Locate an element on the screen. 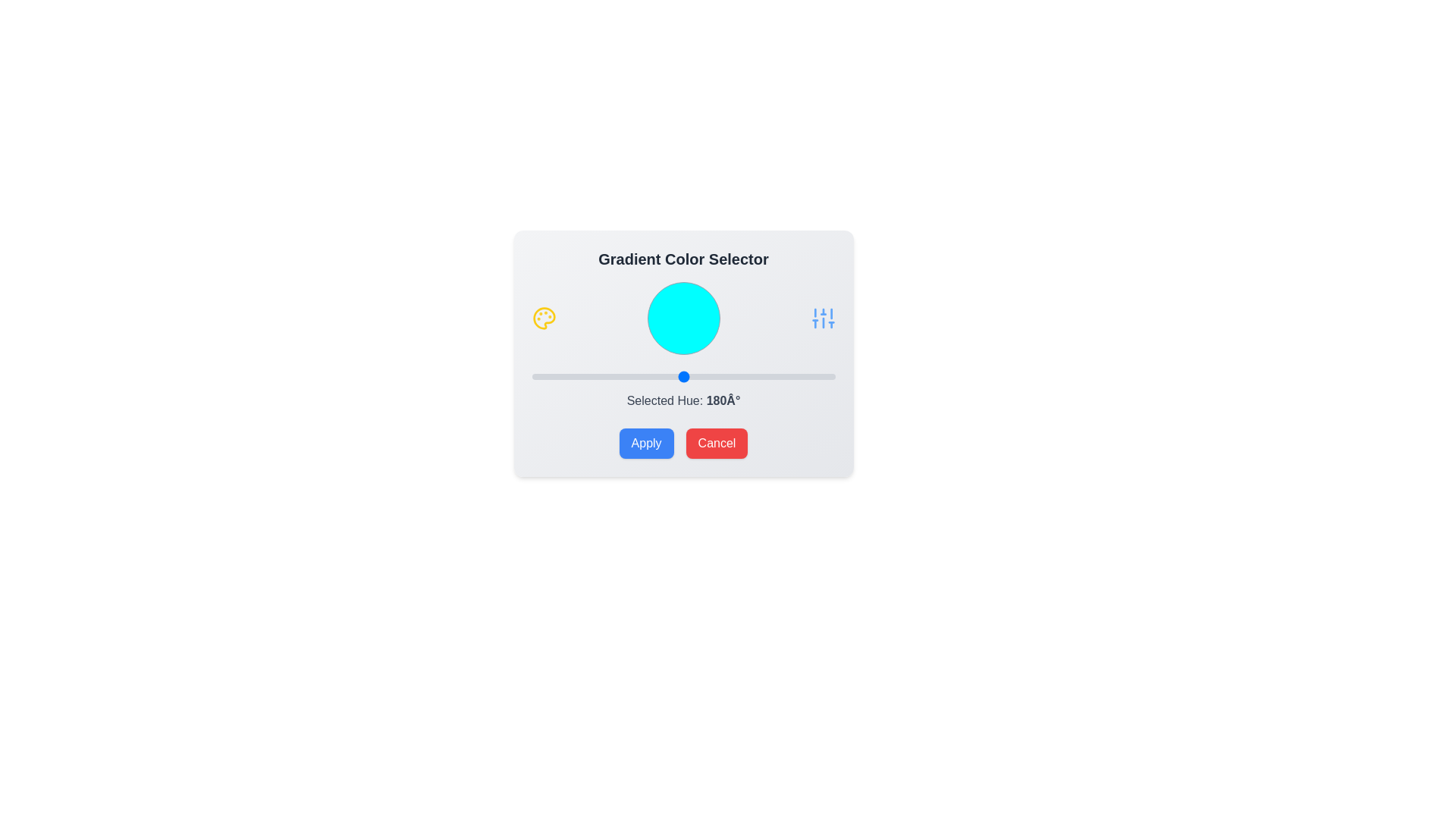 This screenshot has height=819, width=1456. the slider to set the hue value to 300° is located at coordinates (784, 376).